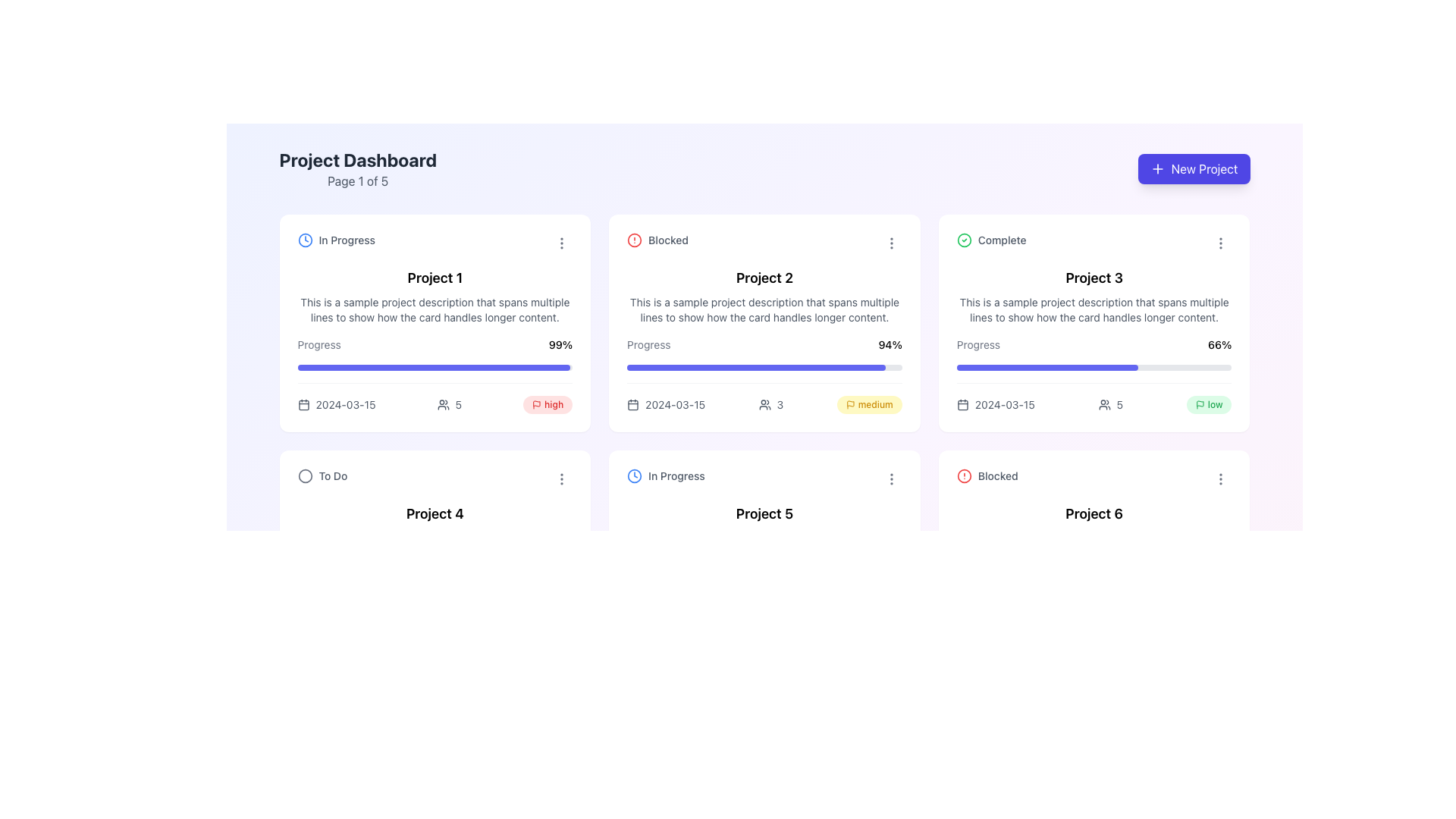 Image resolution: width=1456 pixels, height=819 pixels. Describe the element at coordinates (357, 160) in the screenshot. I see `the static text header titled 'Project Dashboard', which is a large, bold text located prominently at the top left of the interface` at that location.